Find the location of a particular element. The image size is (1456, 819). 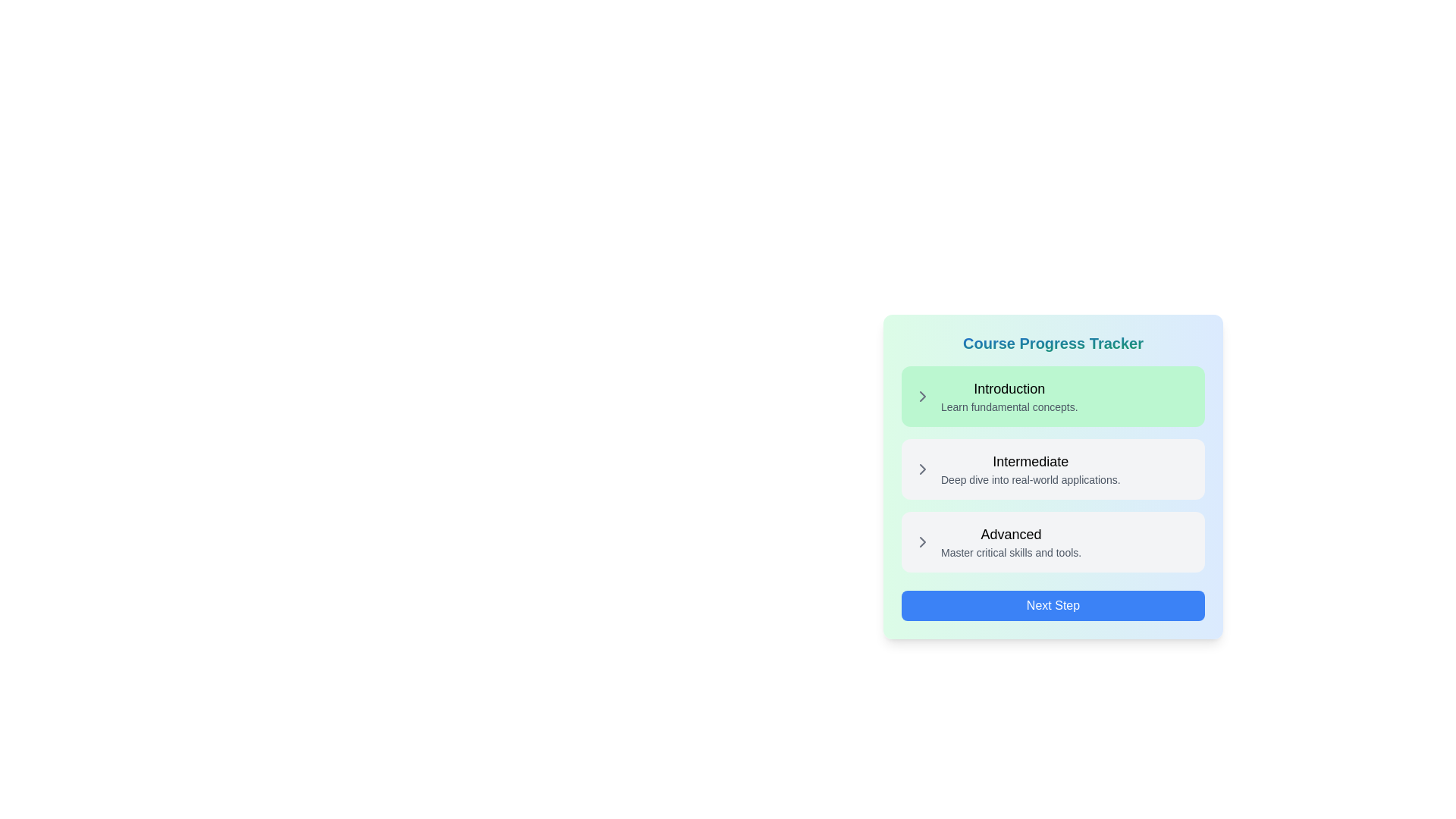

the static text label indicating the 'Intermediate' level in the Course Progress Tracker, which is placed above the supporting text 'Deep dive into real-world applications.' is located at coordinates (1031, 461).